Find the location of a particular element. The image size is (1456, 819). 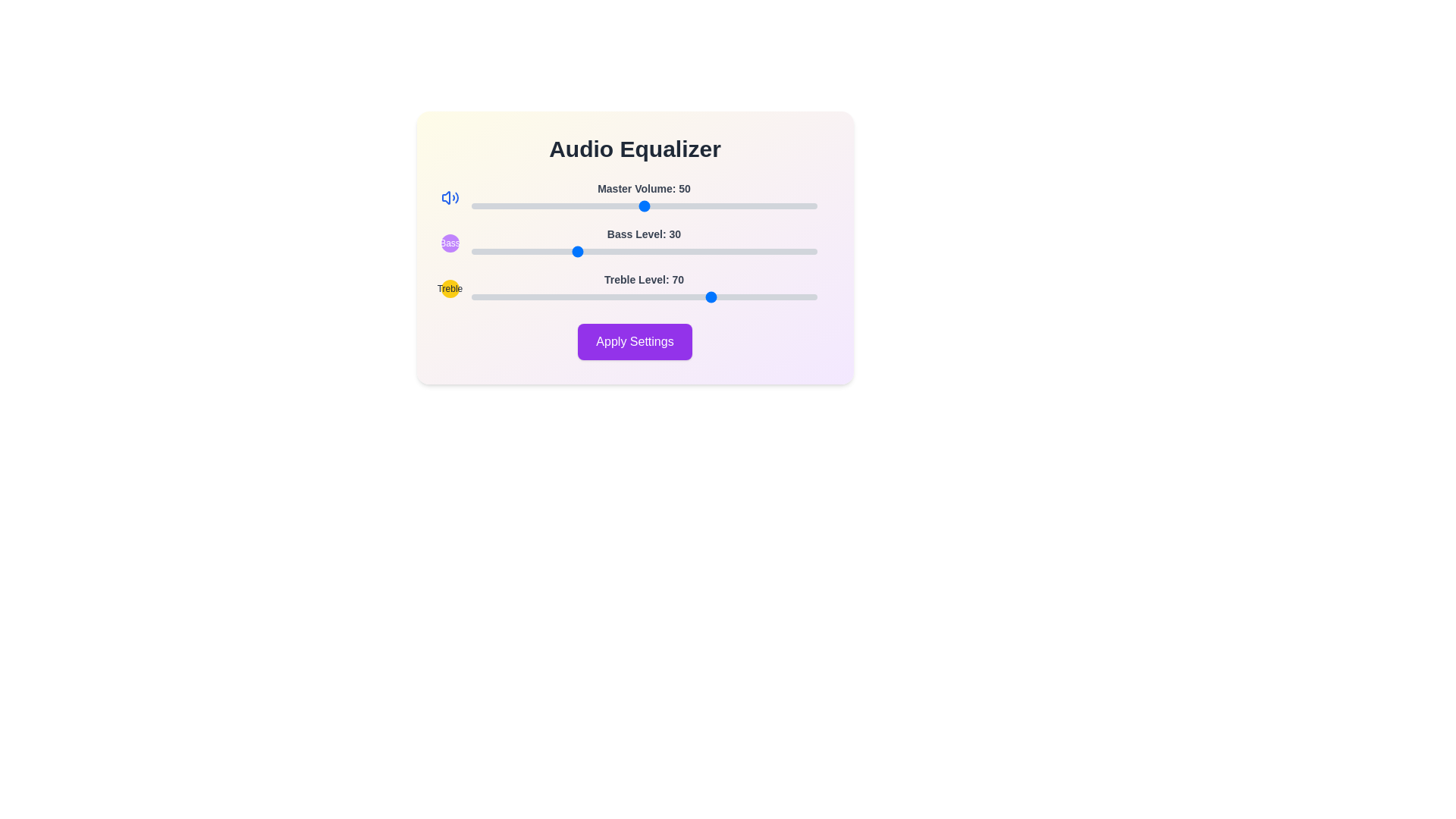

the bass level is located at coordinates (795, 250).